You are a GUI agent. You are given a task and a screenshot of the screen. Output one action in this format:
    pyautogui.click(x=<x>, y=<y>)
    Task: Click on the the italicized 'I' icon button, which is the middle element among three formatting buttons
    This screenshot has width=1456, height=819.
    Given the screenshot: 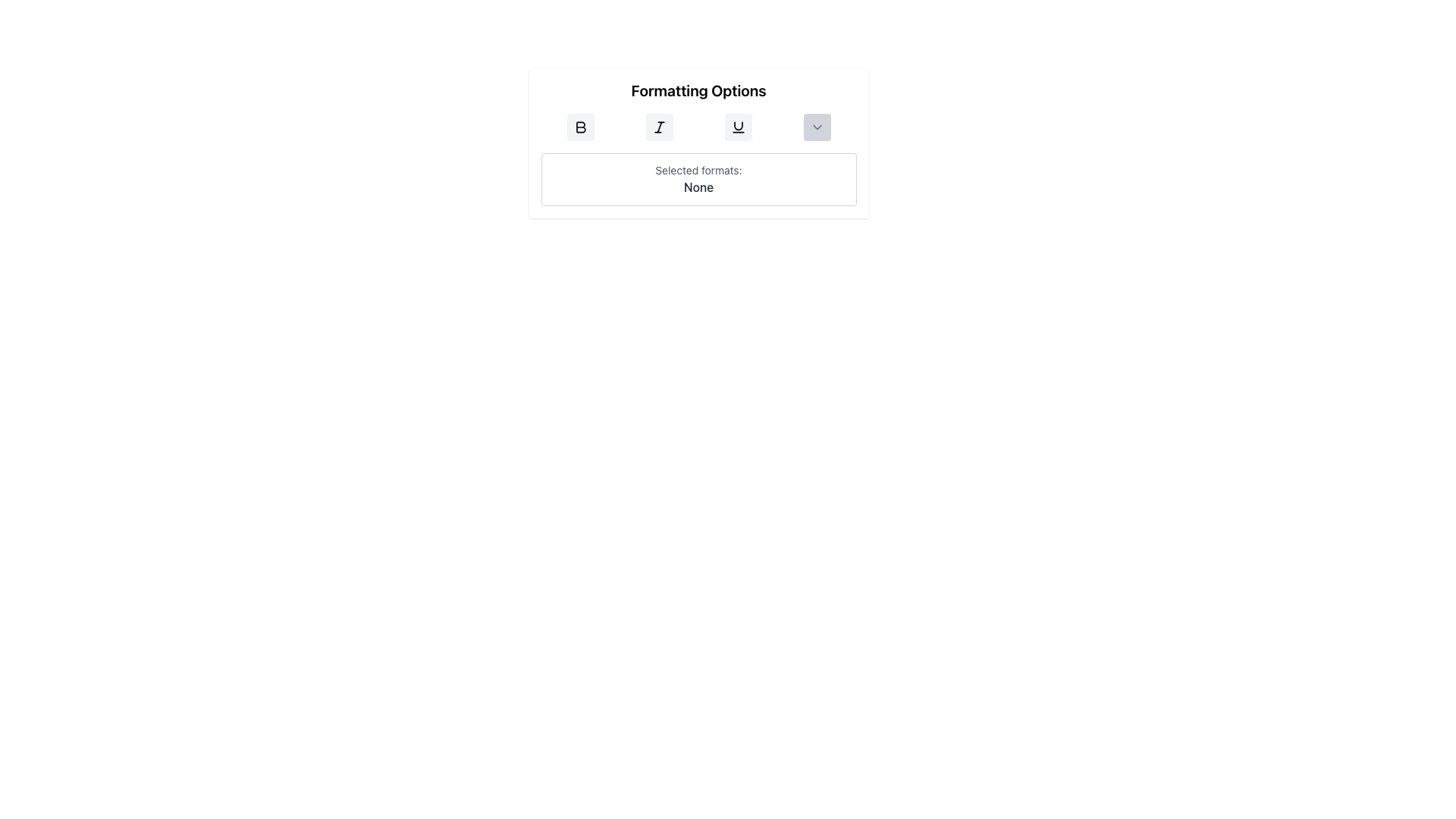 What is the action you would take?
    pyautogui.click(x=659, y=127)
    